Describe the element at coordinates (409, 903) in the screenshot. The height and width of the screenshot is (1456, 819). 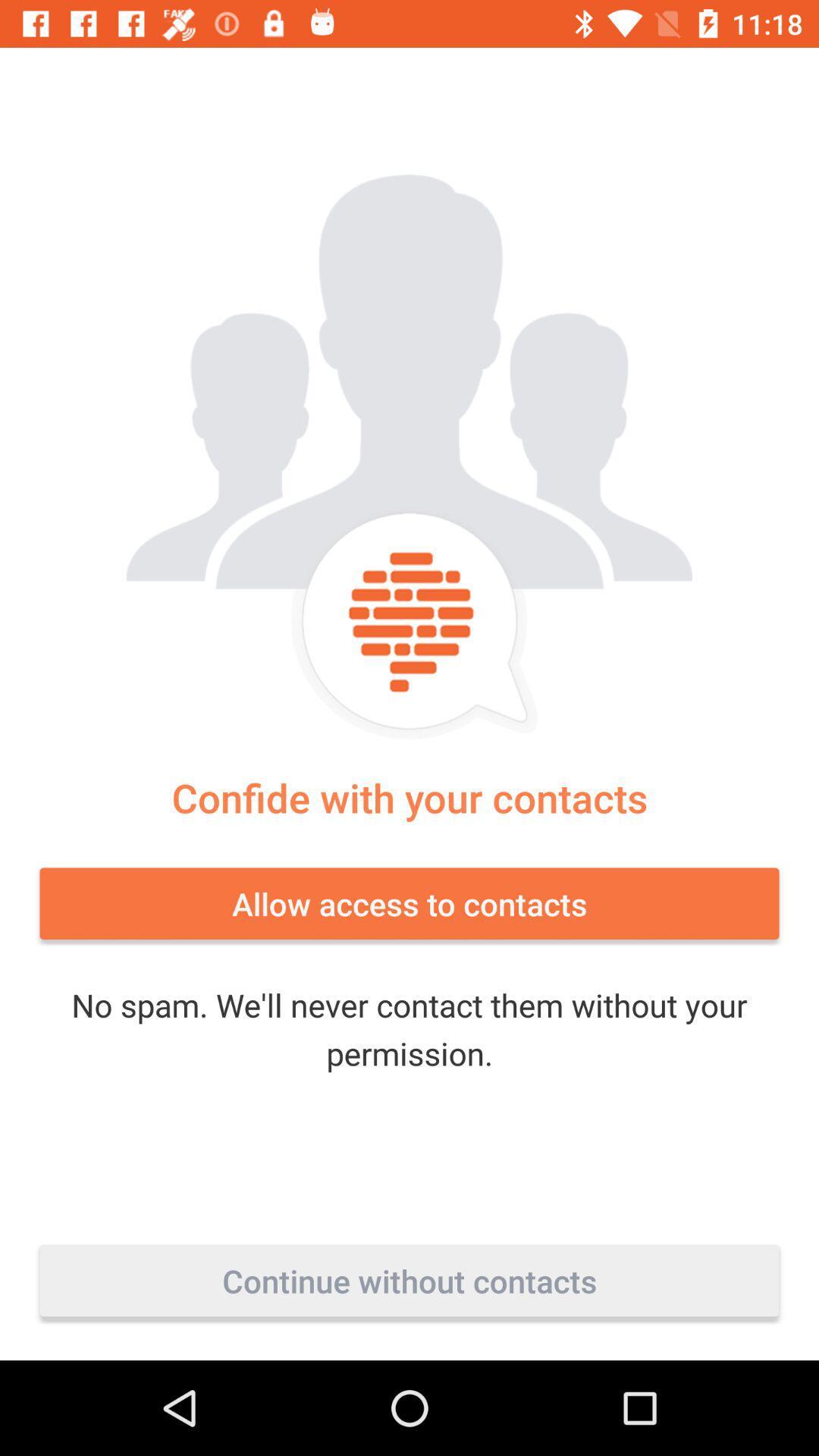
I see `the item below confide with your` at that location.